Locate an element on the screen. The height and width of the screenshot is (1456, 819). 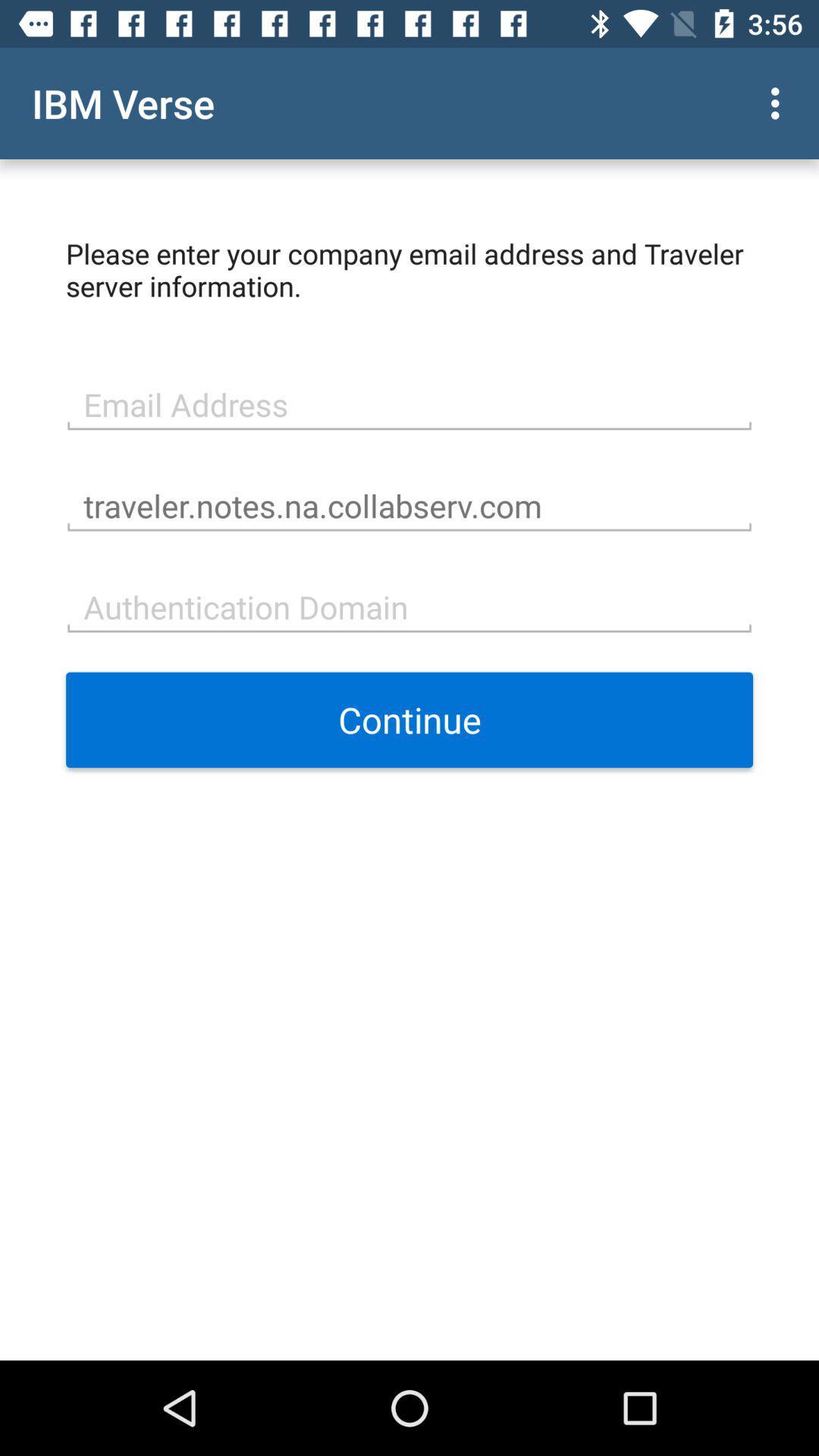
the continue item is located at coordinates (409, 719).